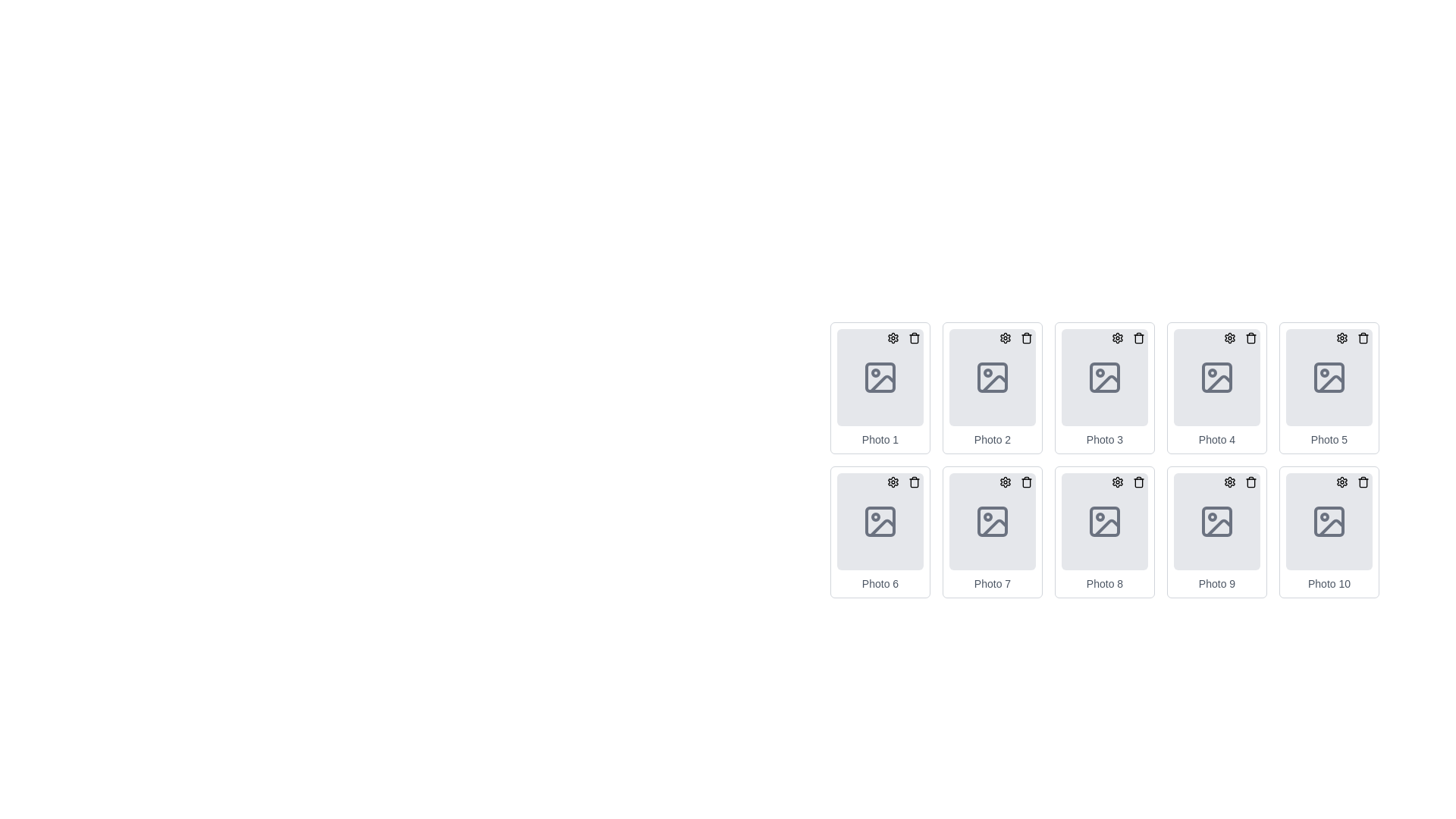 This screenshot has width=1456, height=819. Describe the element at coordinates (903, 337) in the screenshot. I see `the 'settings' icon on the control panel at the top right corner of the 'Photo 1' card` at that location.